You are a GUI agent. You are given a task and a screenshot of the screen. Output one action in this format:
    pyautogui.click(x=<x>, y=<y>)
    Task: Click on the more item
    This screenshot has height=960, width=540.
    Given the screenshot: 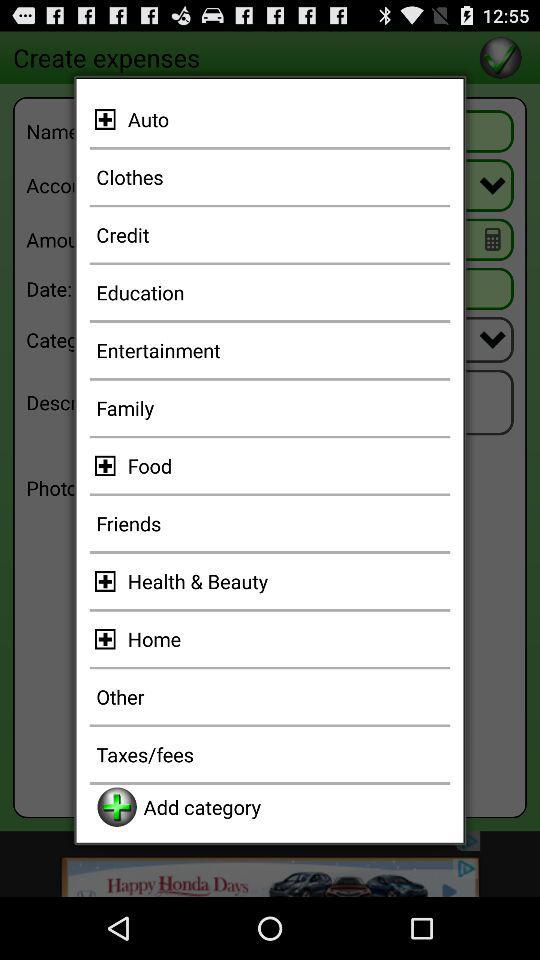 What is the action you would take?
    pyautogui.click(x=108, y=465)
    